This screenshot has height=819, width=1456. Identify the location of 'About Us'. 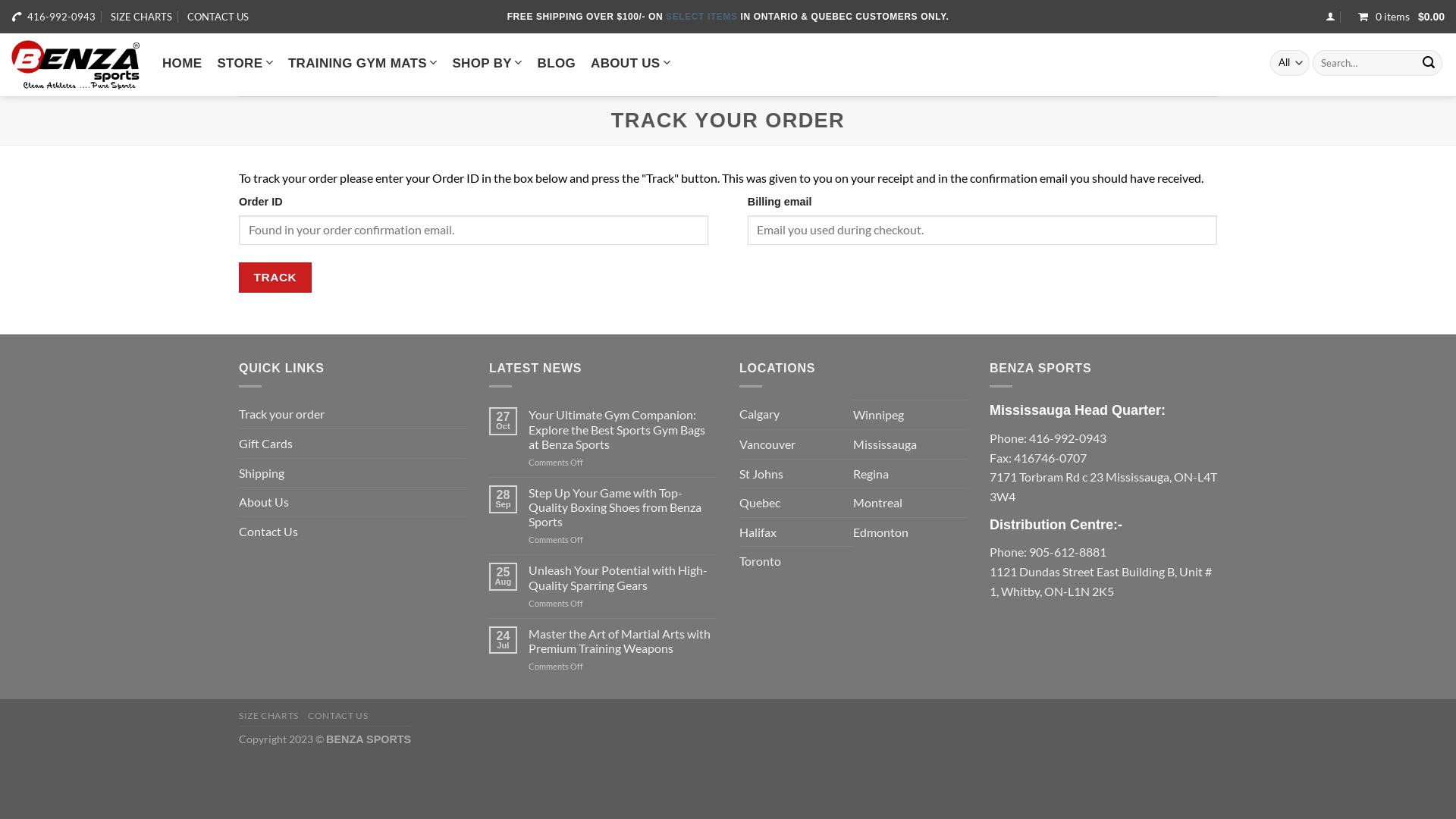
(263, 502).